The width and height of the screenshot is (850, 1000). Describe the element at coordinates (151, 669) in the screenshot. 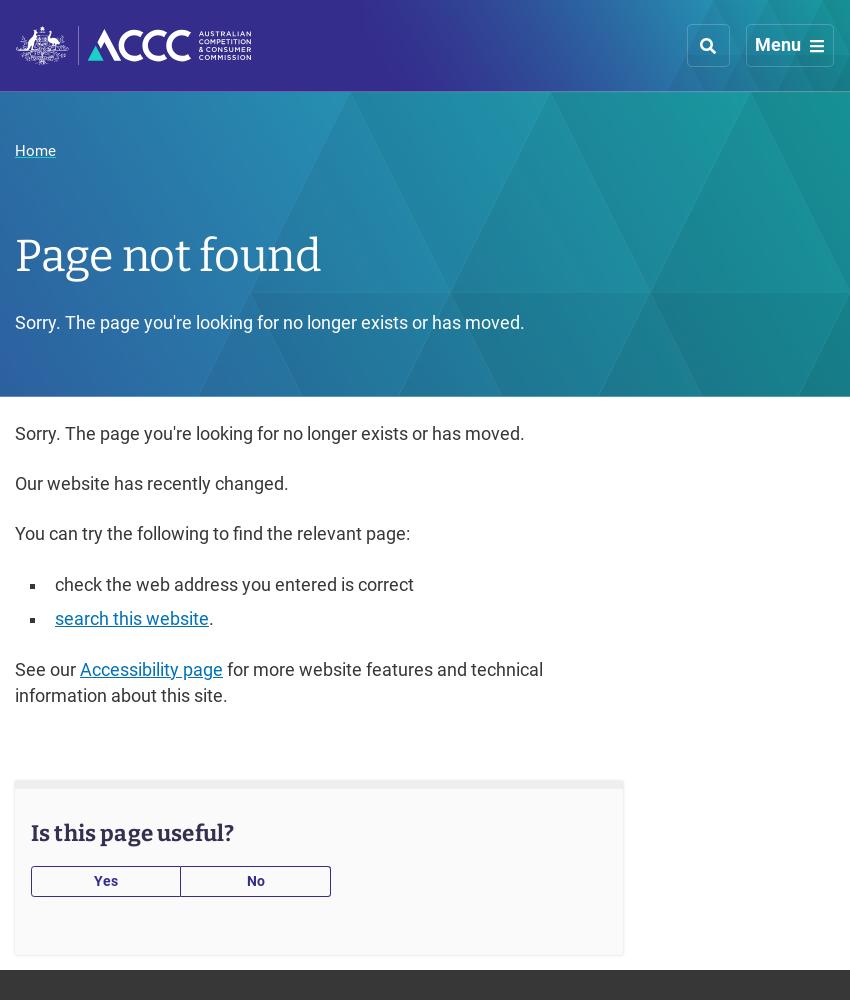

I see `'Accessibility page'` at that location.